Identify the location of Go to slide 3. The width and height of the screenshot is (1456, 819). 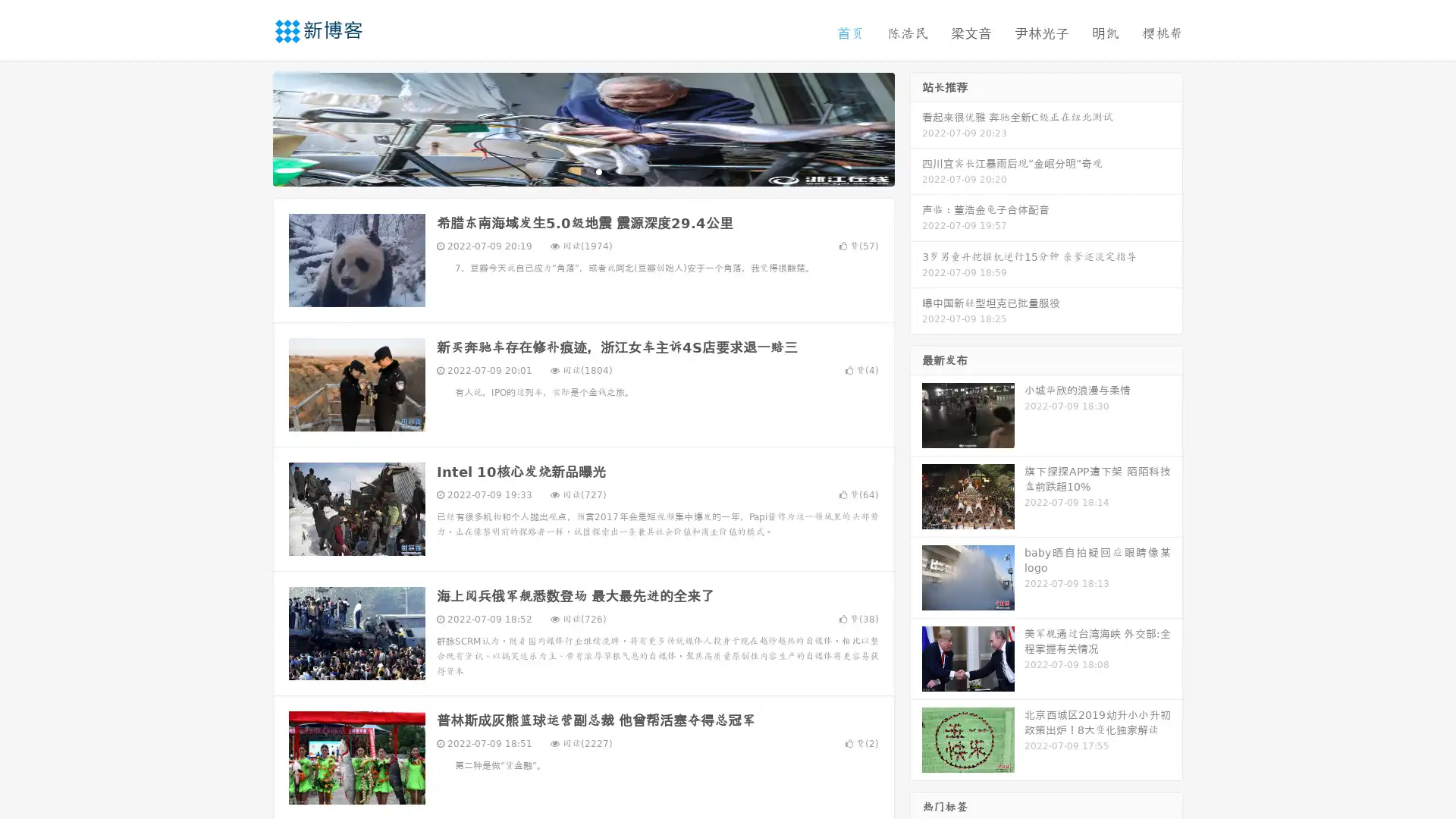
(598, 171).